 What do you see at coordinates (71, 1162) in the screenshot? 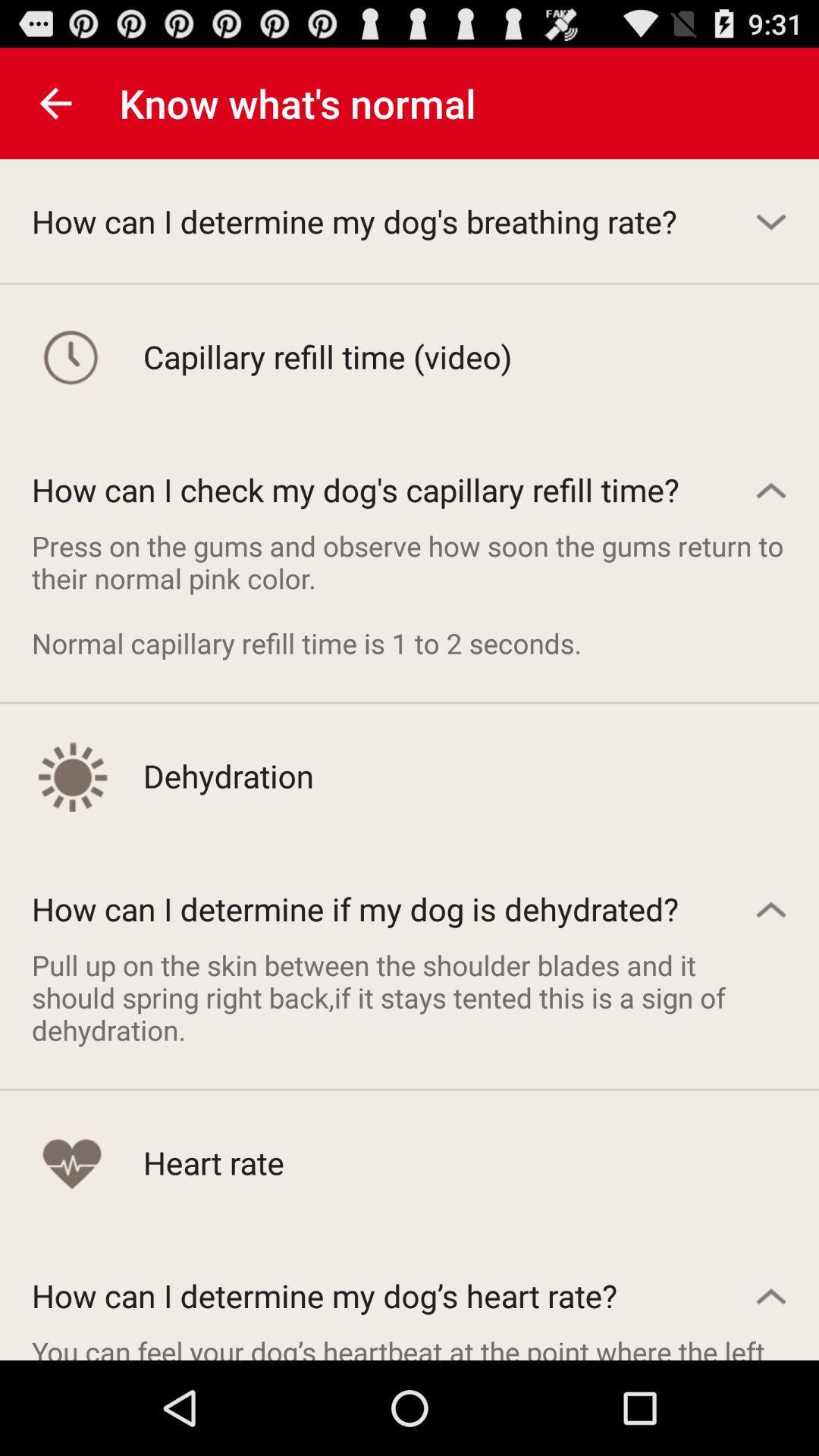
I see `the heart symbol to the left of the text heart rate` at bounding box center [71, 1162].